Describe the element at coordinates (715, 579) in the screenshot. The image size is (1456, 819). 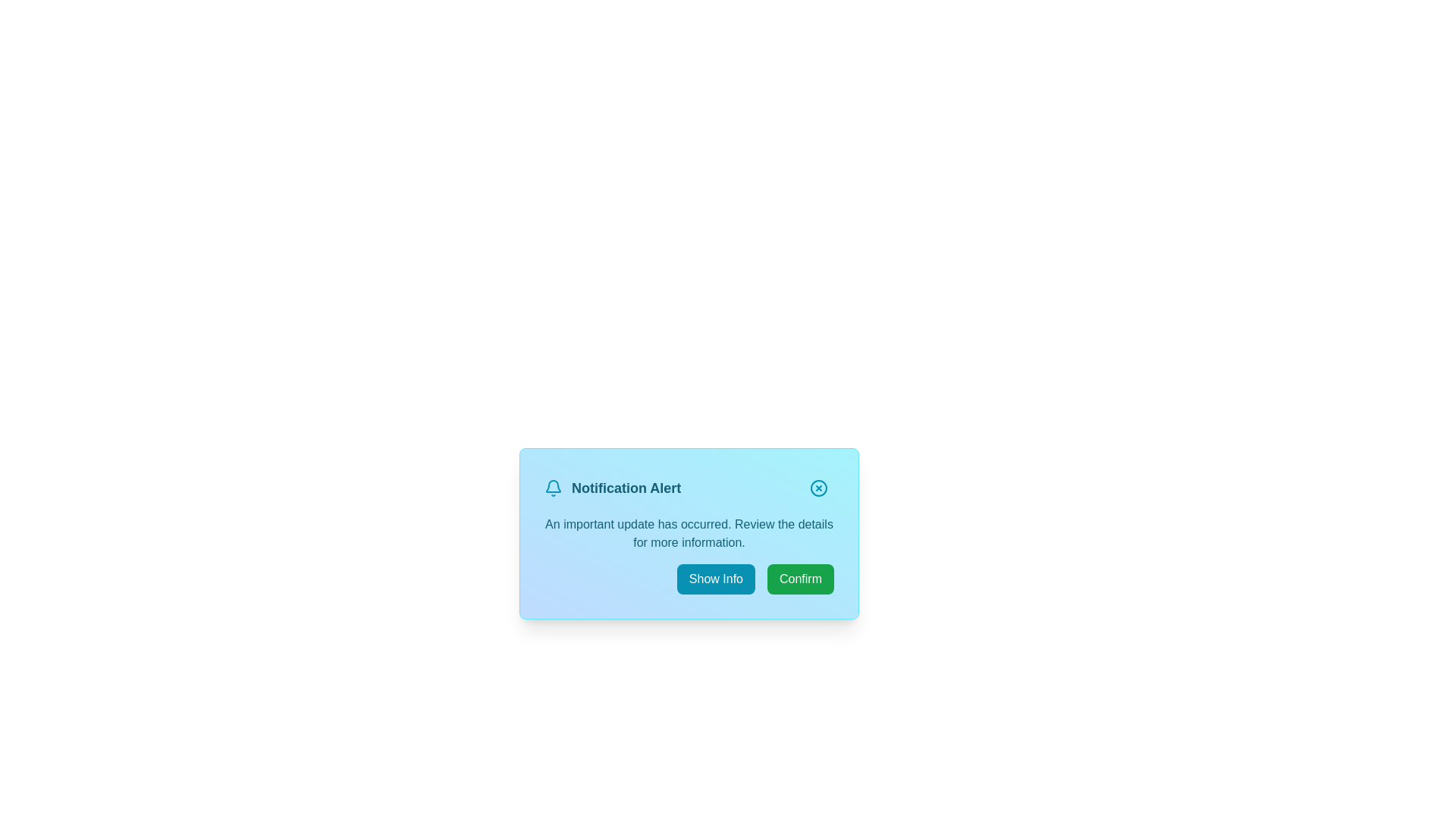
I see `the 'Show Info' button to toggle additional details` at that location.